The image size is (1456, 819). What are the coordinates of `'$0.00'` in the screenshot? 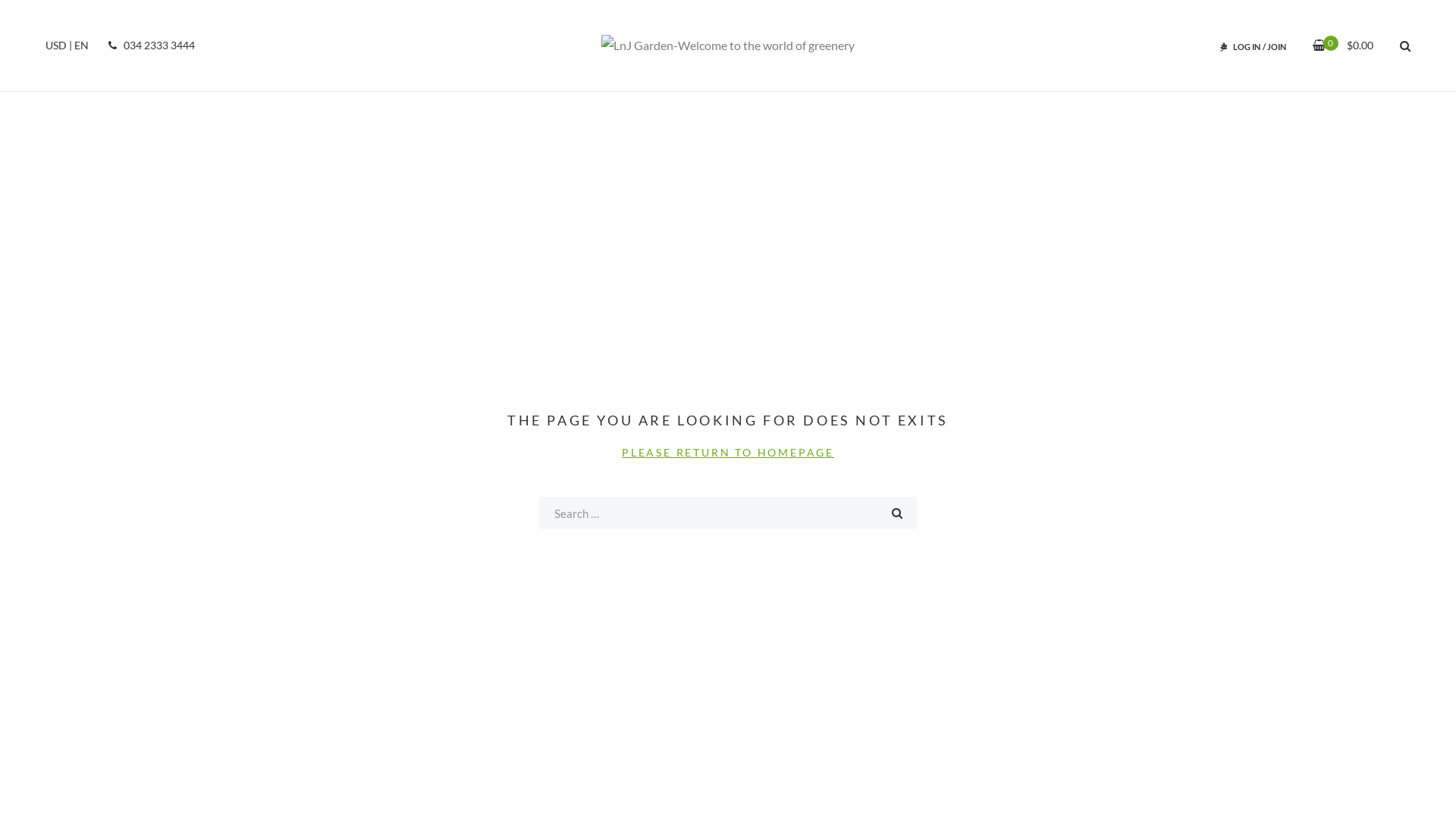 It's located at (1324, 44).